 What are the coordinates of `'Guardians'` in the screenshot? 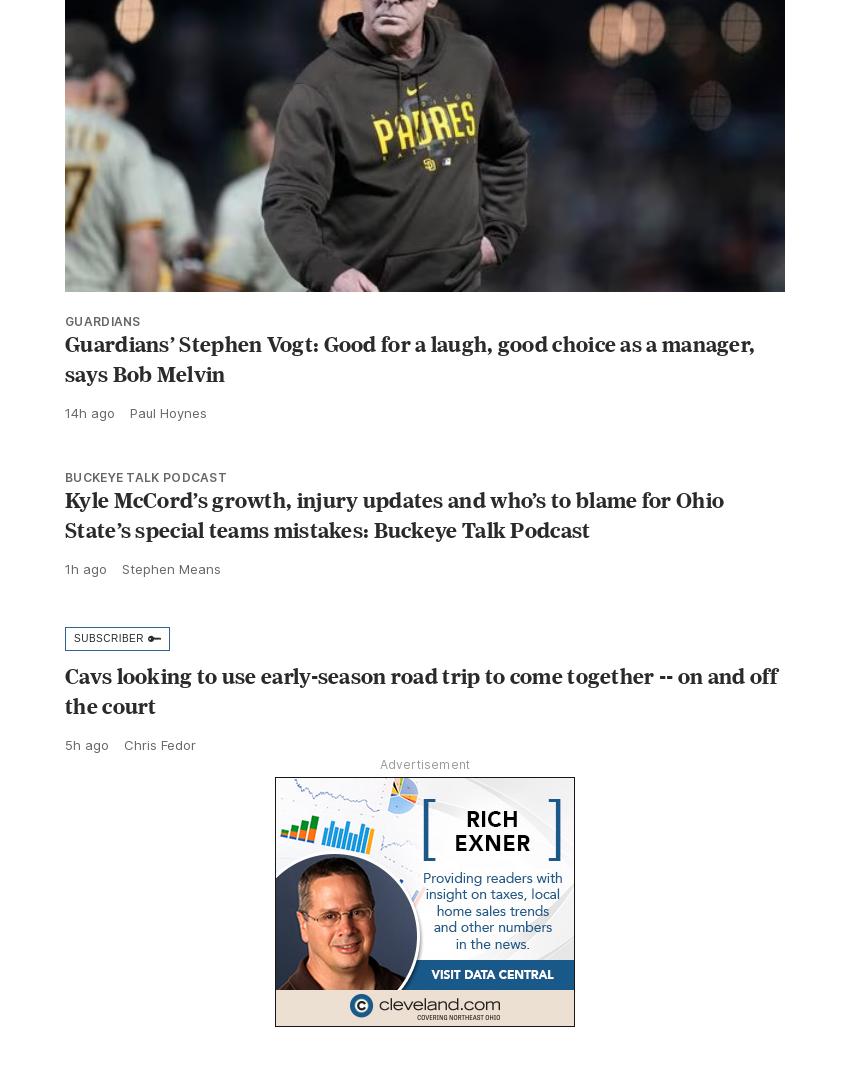 It's located at (101, 364).